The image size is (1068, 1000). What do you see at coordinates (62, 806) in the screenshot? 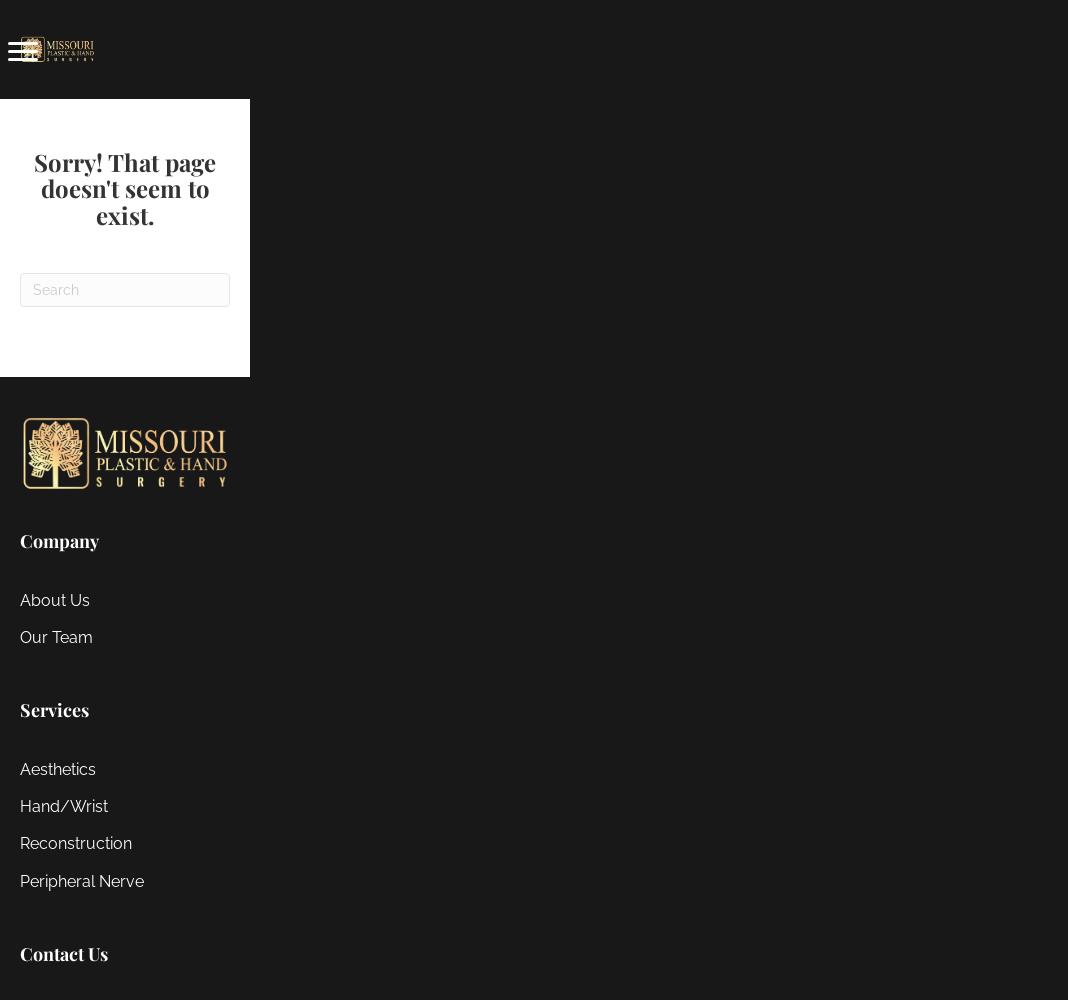
I see `'Hand/Wrist'` at bounding box center [62, 806].